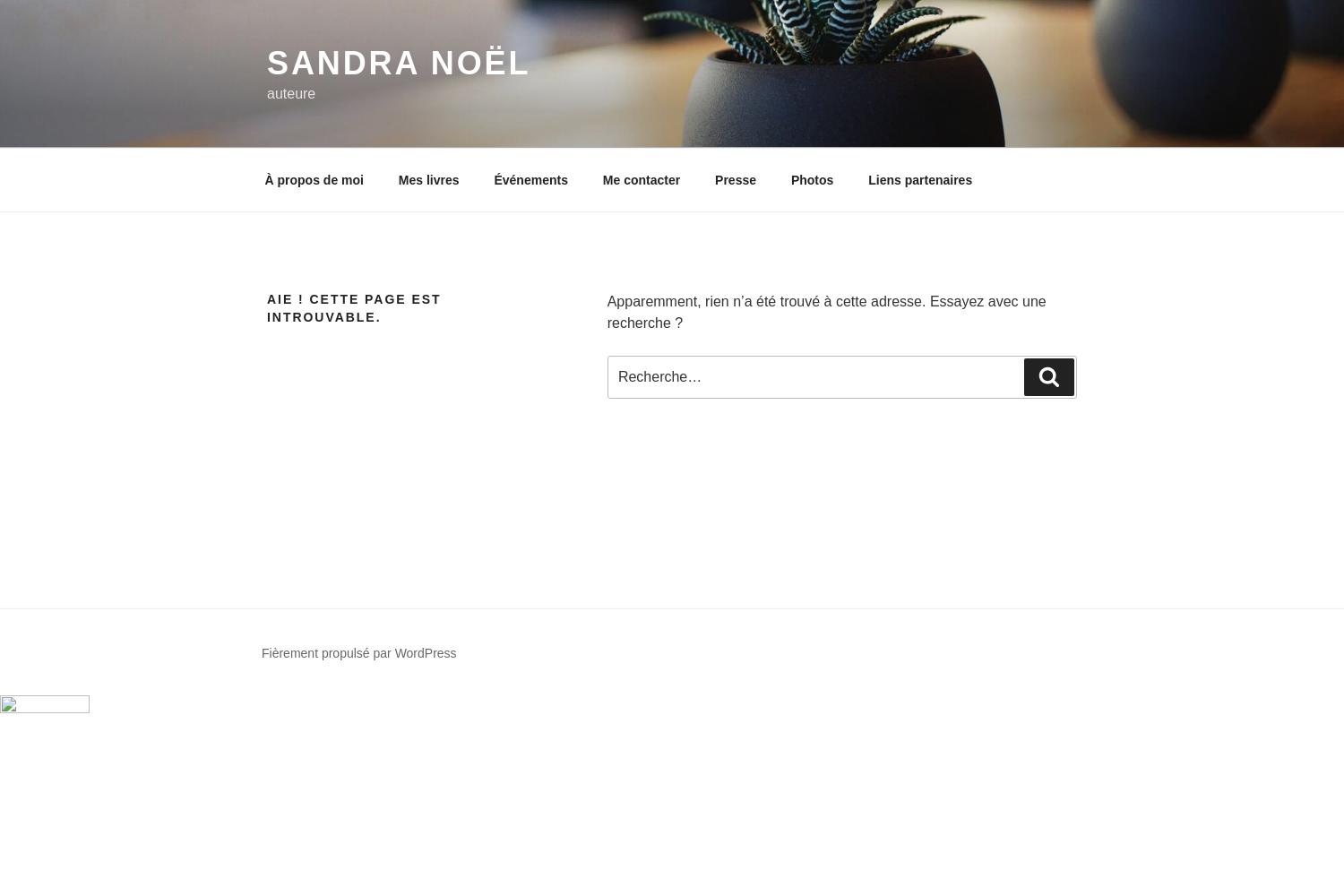 The image size is (1344, 896). Describe the element at coordinates (734, 178) in the screenshot. I see `'Presse'` at that location.